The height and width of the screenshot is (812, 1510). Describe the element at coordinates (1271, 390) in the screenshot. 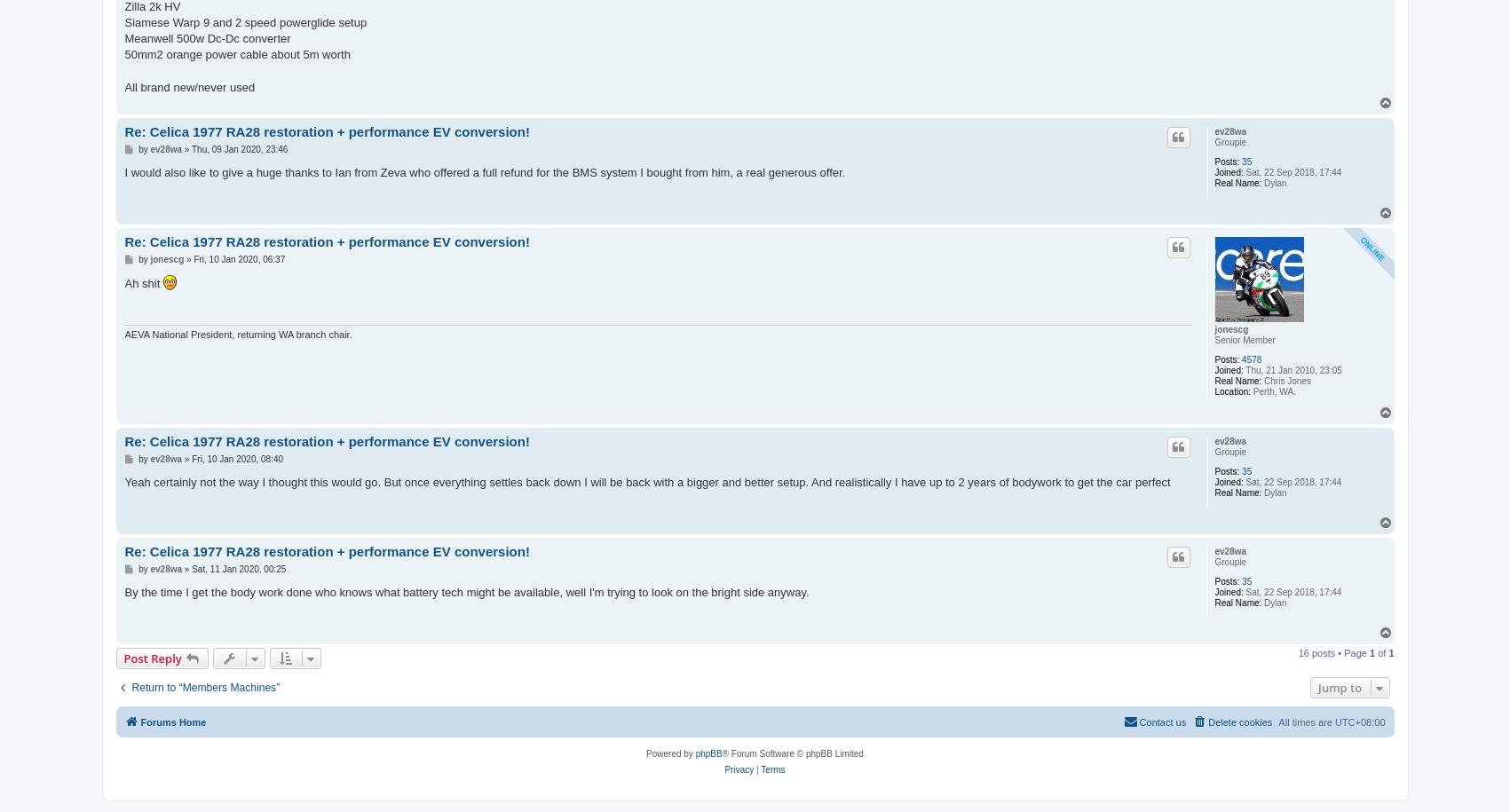

I see `'Perth, WA.'` at that location.